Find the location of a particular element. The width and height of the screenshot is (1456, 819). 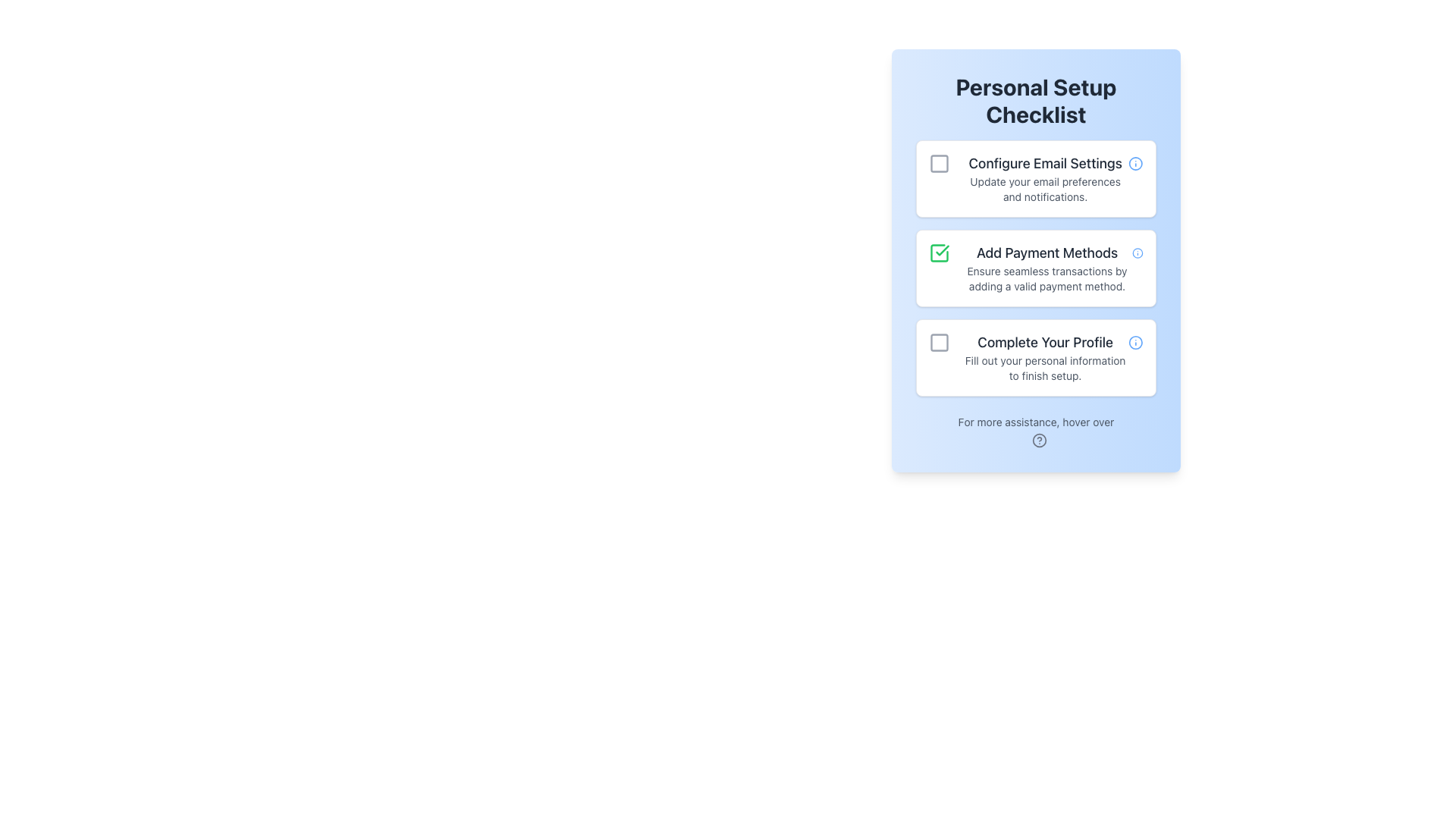

the informational text that states 'Ensure seamless transactions by adding a valid payment method.' located below the title 'Add Payment Methods' in the second card of the checklist UI is located at coordinates (1046, 278).